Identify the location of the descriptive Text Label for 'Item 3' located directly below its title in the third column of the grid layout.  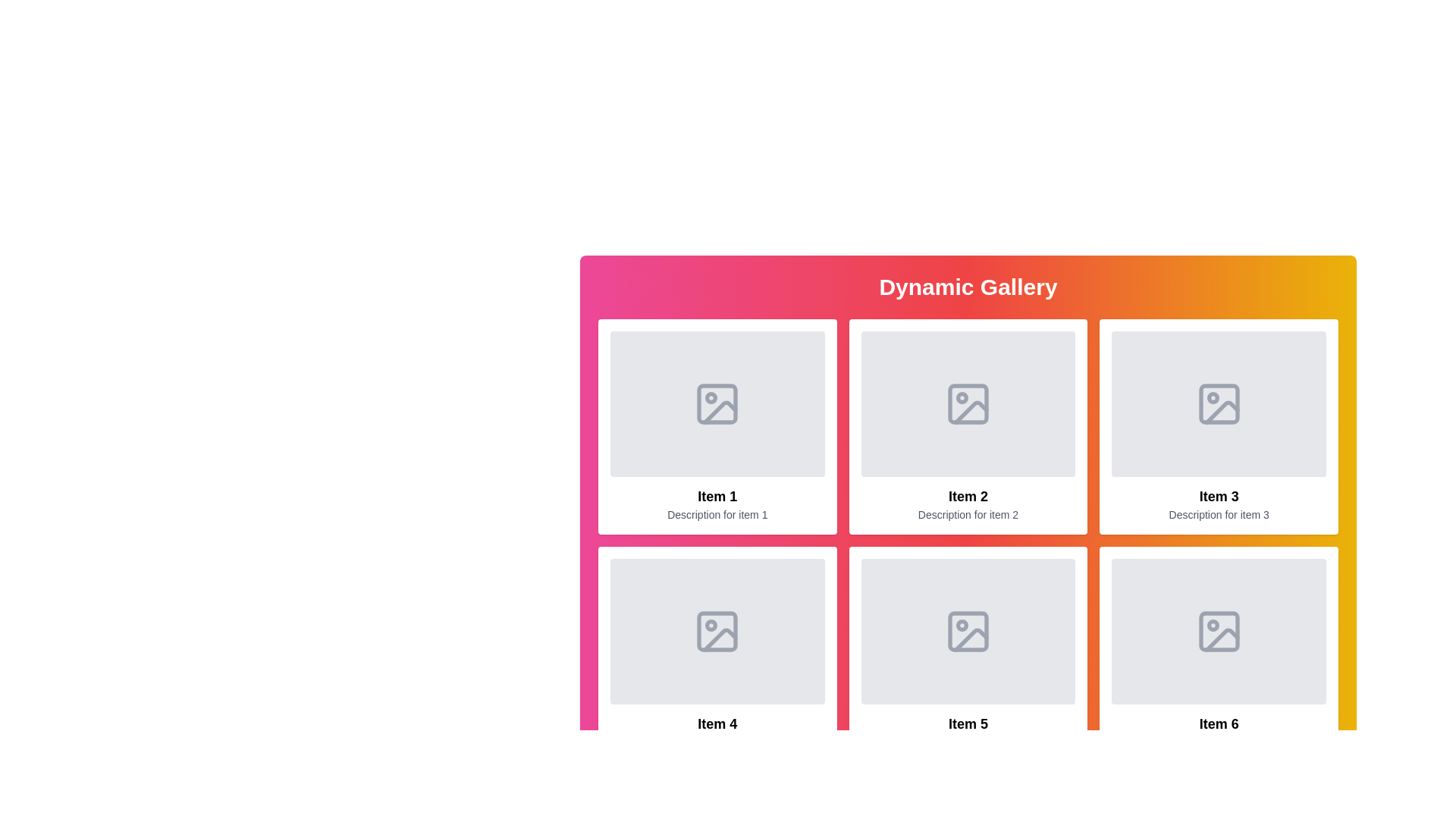
(1219, 513).